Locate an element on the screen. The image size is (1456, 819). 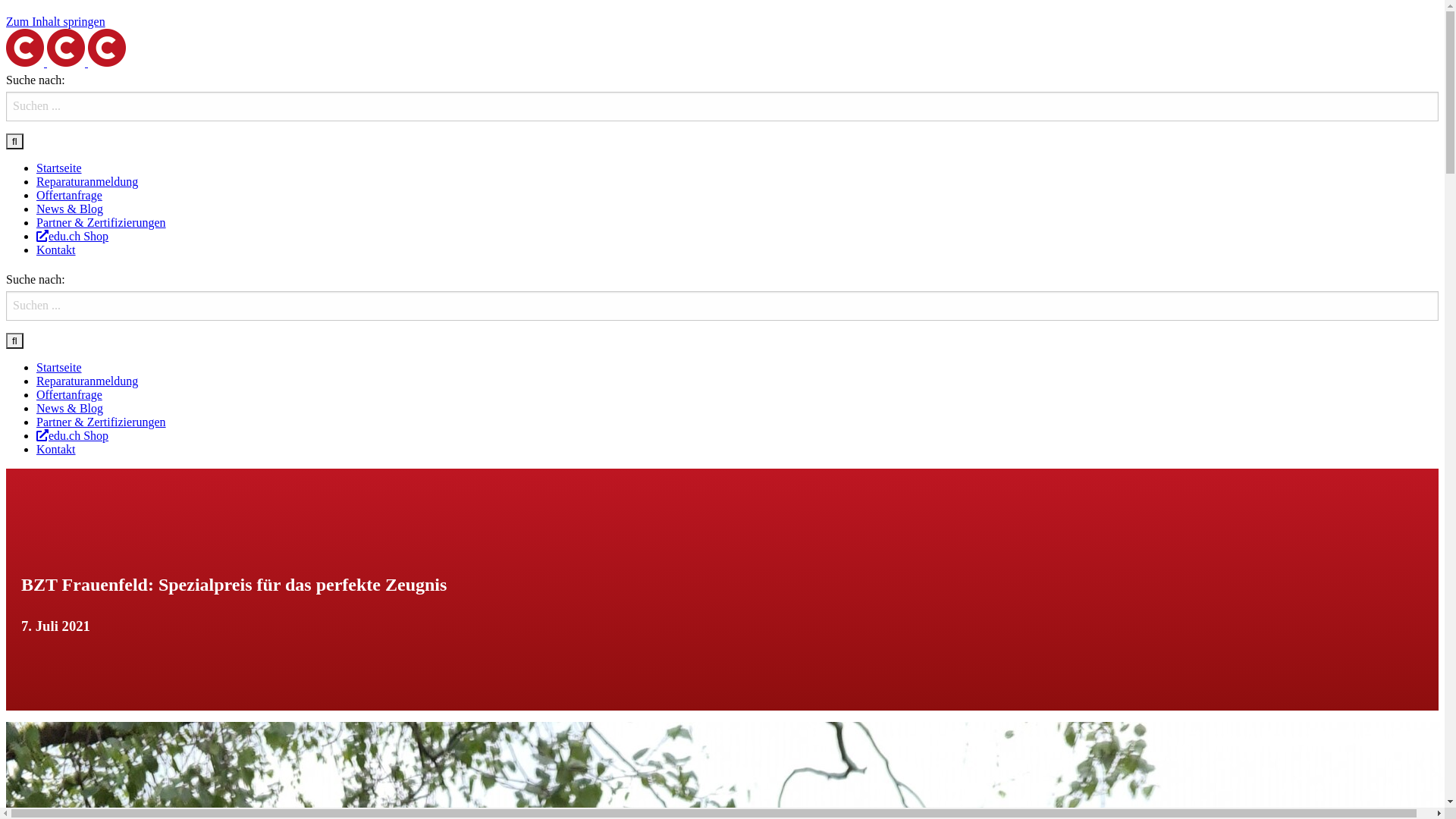
'Kontakt' is located at coordinates (55, 448).